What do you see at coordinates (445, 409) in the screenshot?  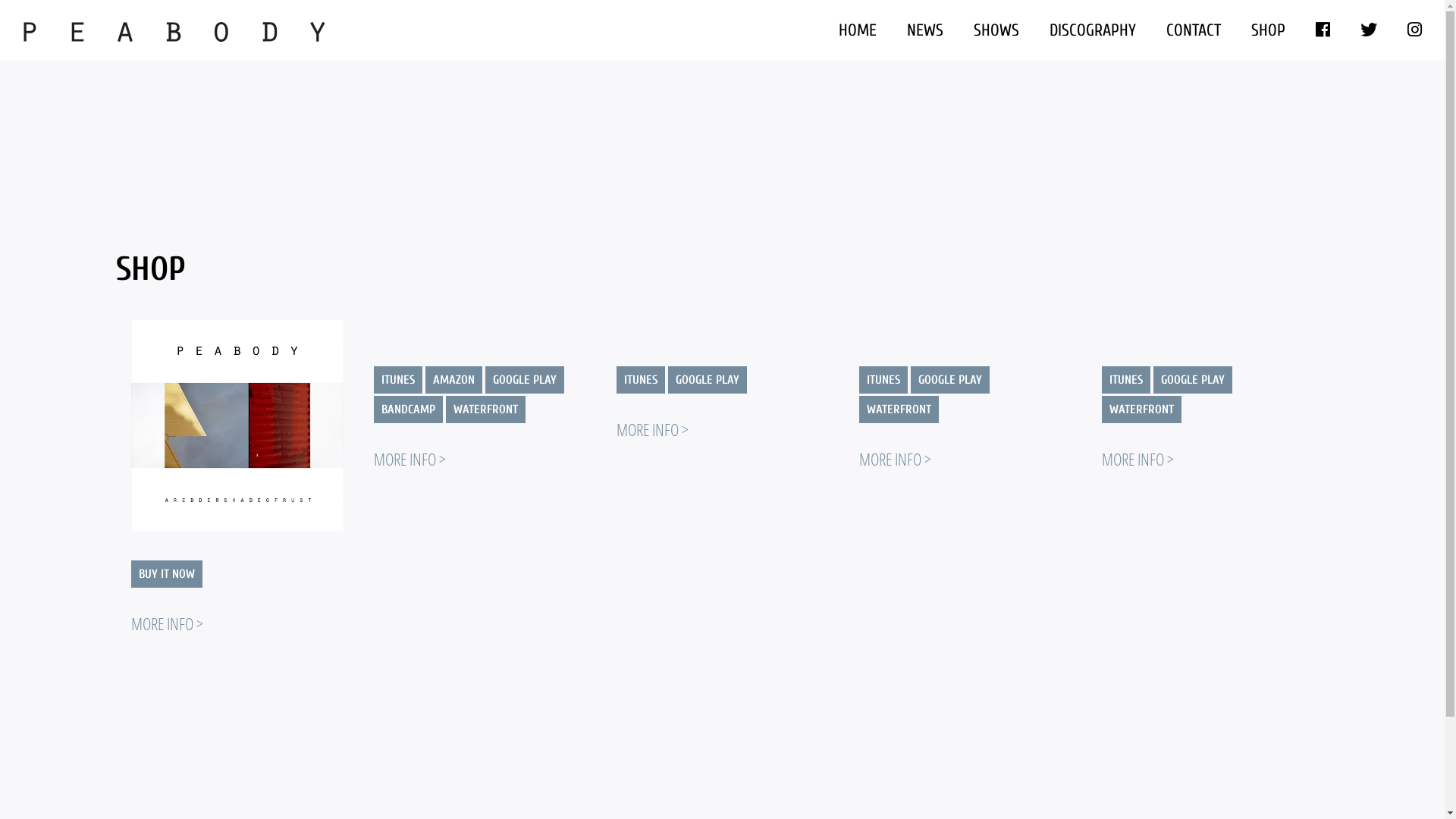 I see `'WATERFRONT'` at bounding box center [445, 409].